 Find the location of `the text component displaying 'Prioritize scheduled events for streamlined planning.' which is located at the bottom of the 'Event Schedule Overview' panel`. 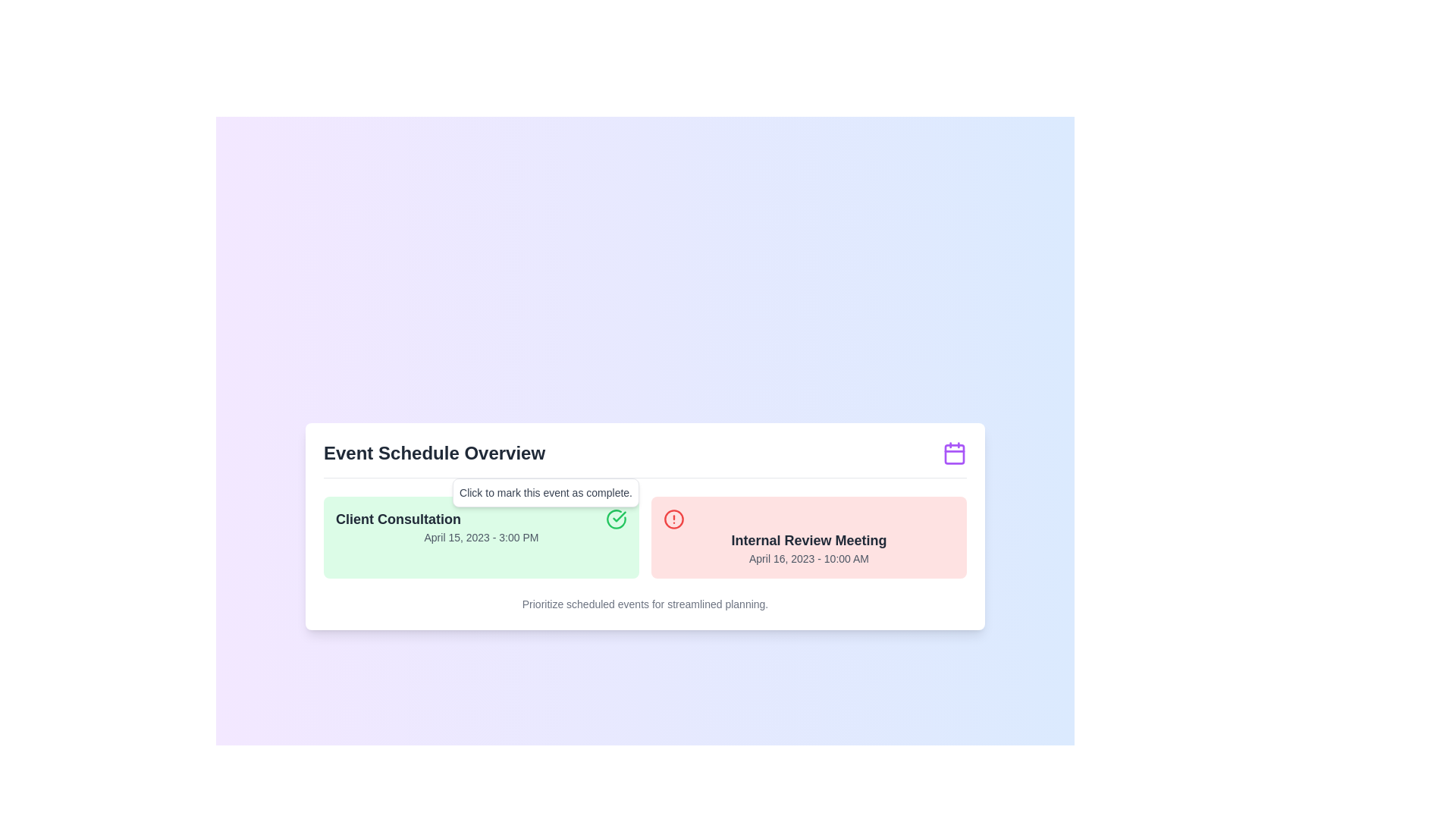

the text component displaying 'Prioritize scheduled events for streamlined planning.' which is located at the bottom of the 'Event Schedule Overview' panel is located at coordinates (645, 603).